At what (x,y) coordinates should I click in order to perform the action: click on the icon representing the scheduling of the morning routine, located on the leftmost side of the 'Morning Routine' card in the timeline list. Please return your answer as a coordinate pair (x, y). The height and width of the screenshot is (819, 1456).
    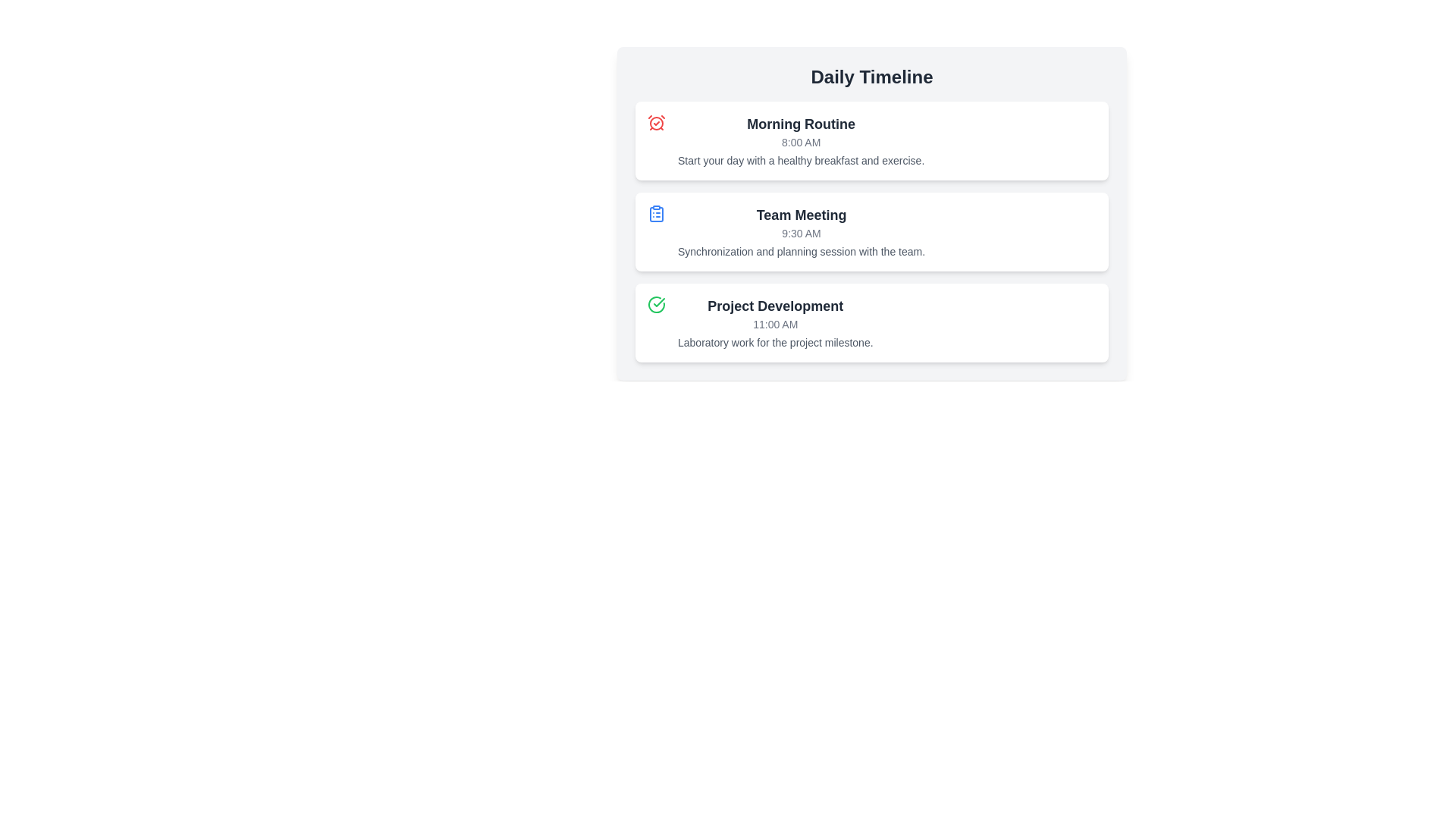
    Looking at the image, I should click on (656, 122).